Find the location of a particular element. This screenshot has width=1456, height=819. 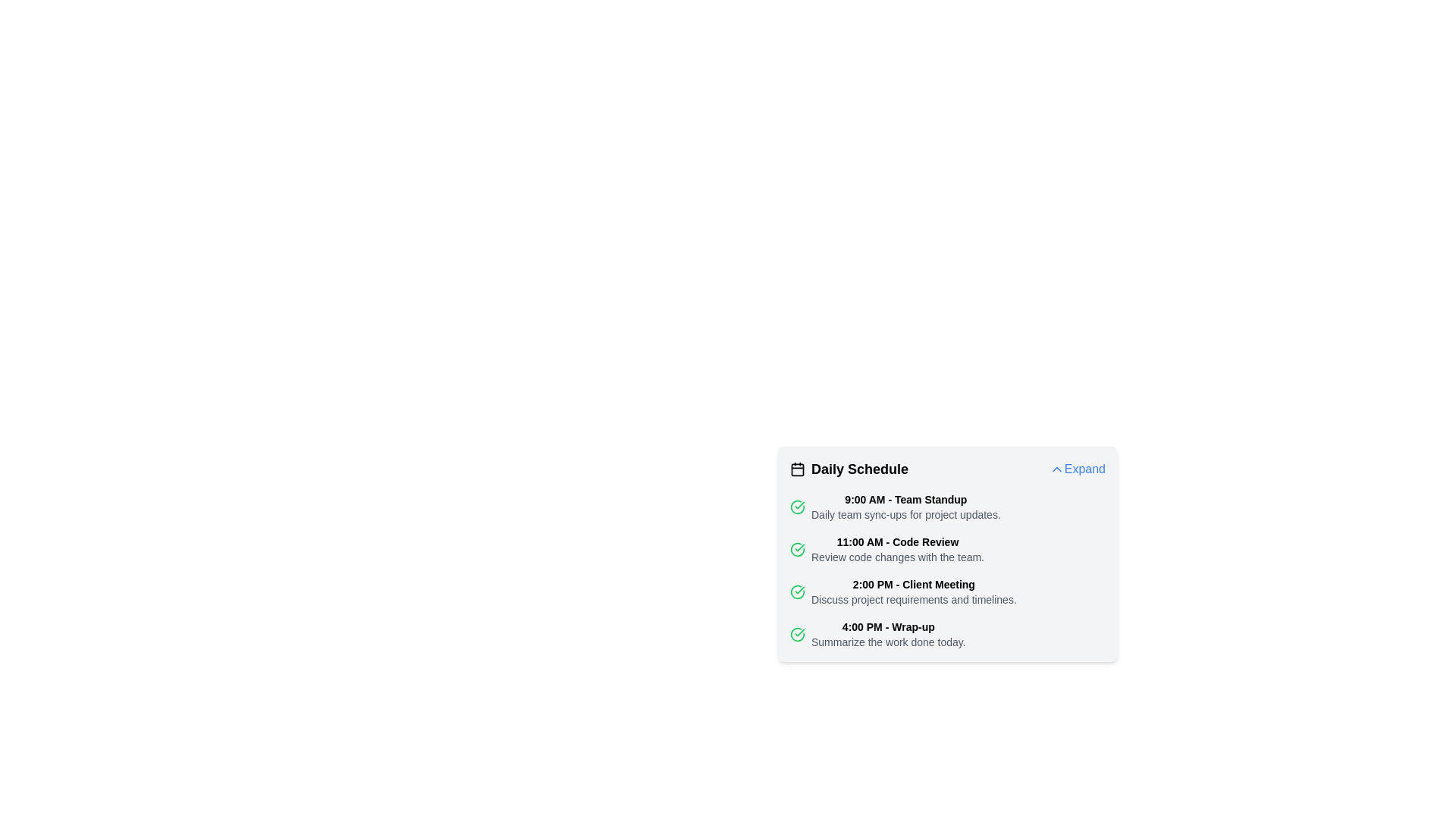

the second item in the 'Daily Schedule' section is located at coordinates (946, 550).